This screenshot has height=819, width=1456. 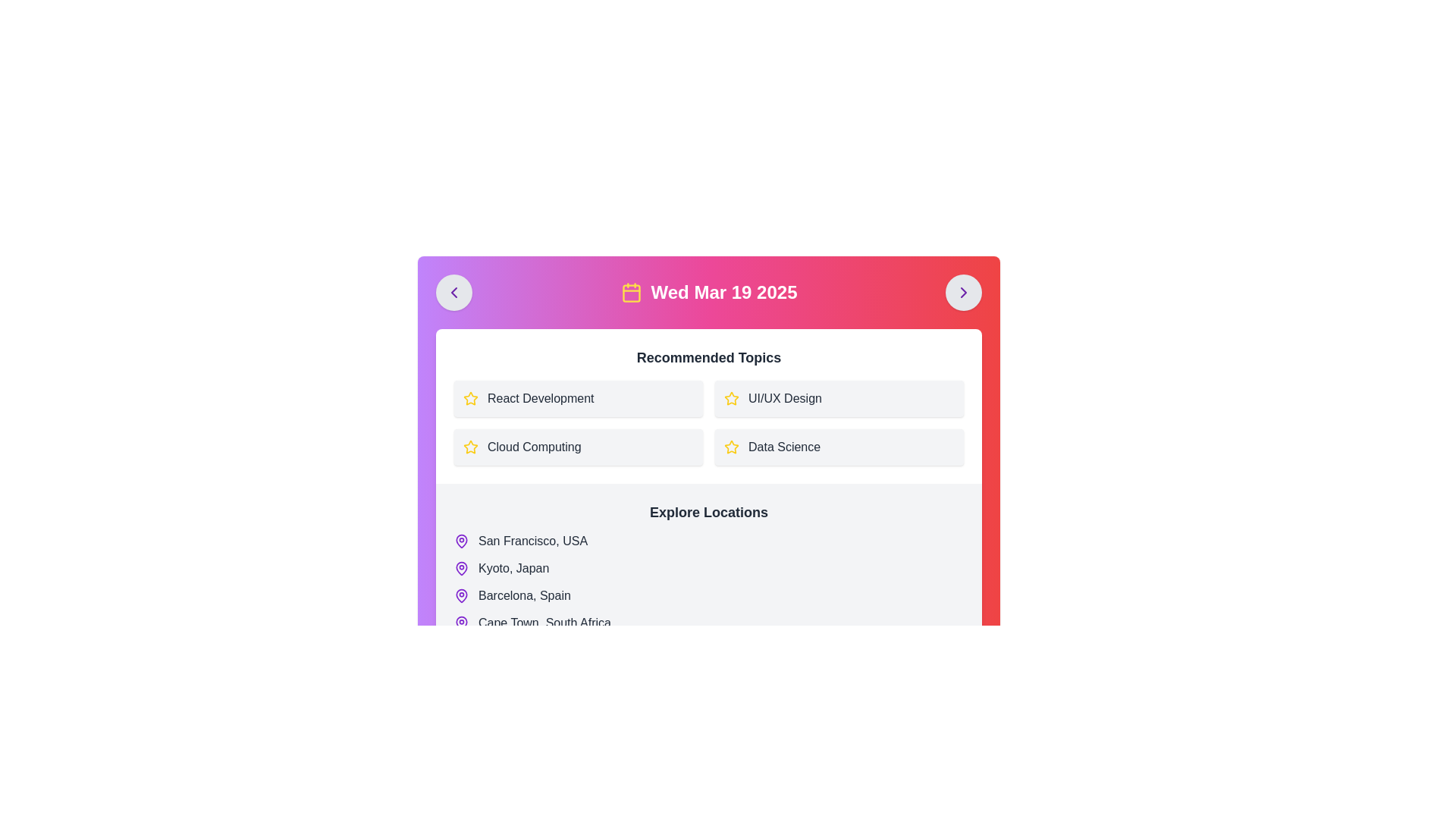 What do you see at coordinates (708, 292) in the screenshot?
I see `date information displayed in the Text Display with Icon, which shows 'Wed Mar 19 2025' with a vibrant gradient background and a yellow calendar icon` at bounding box center [708, 292].